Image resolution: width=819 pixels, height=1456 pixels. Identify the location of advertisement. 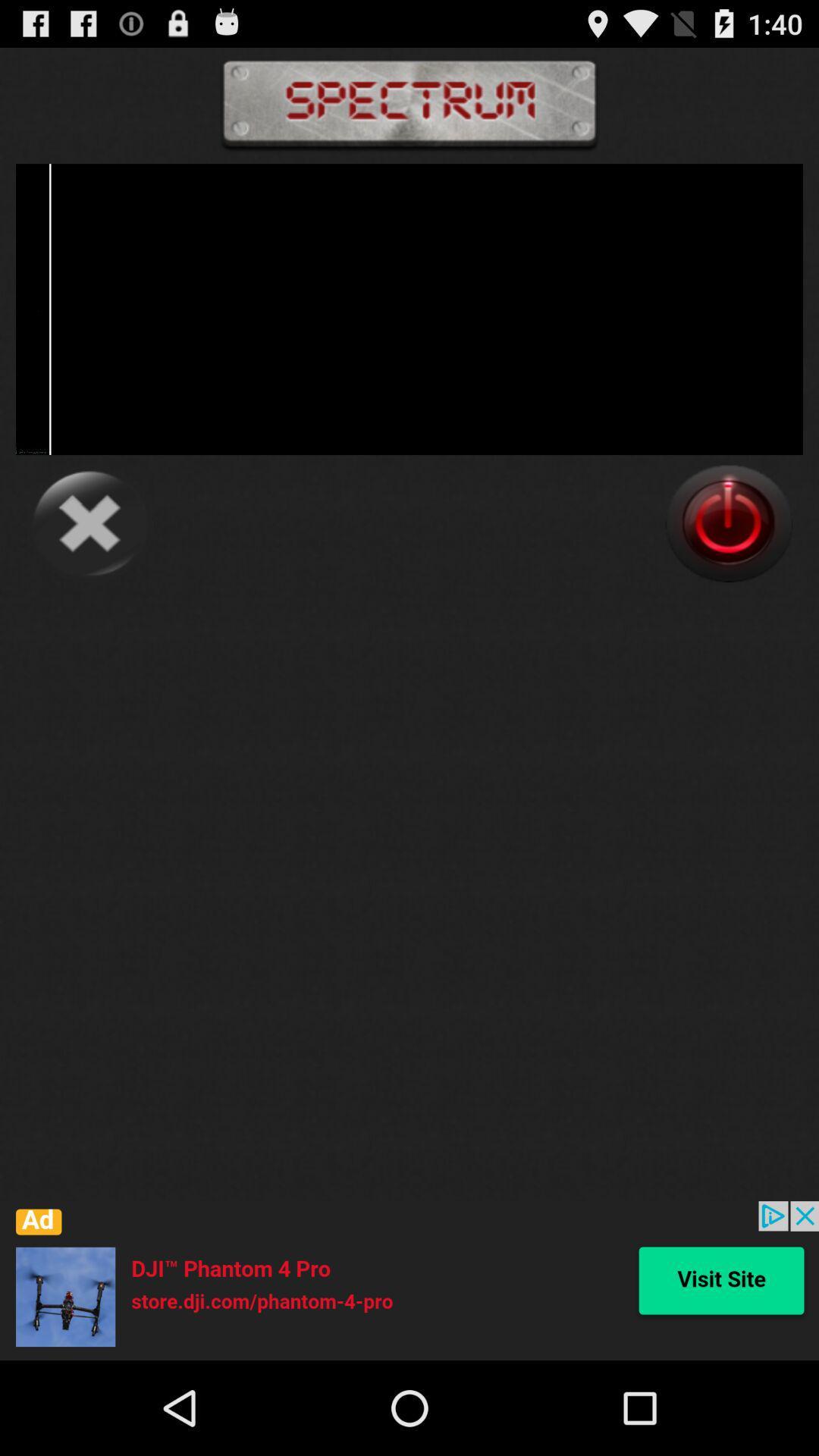
(409, 1280).